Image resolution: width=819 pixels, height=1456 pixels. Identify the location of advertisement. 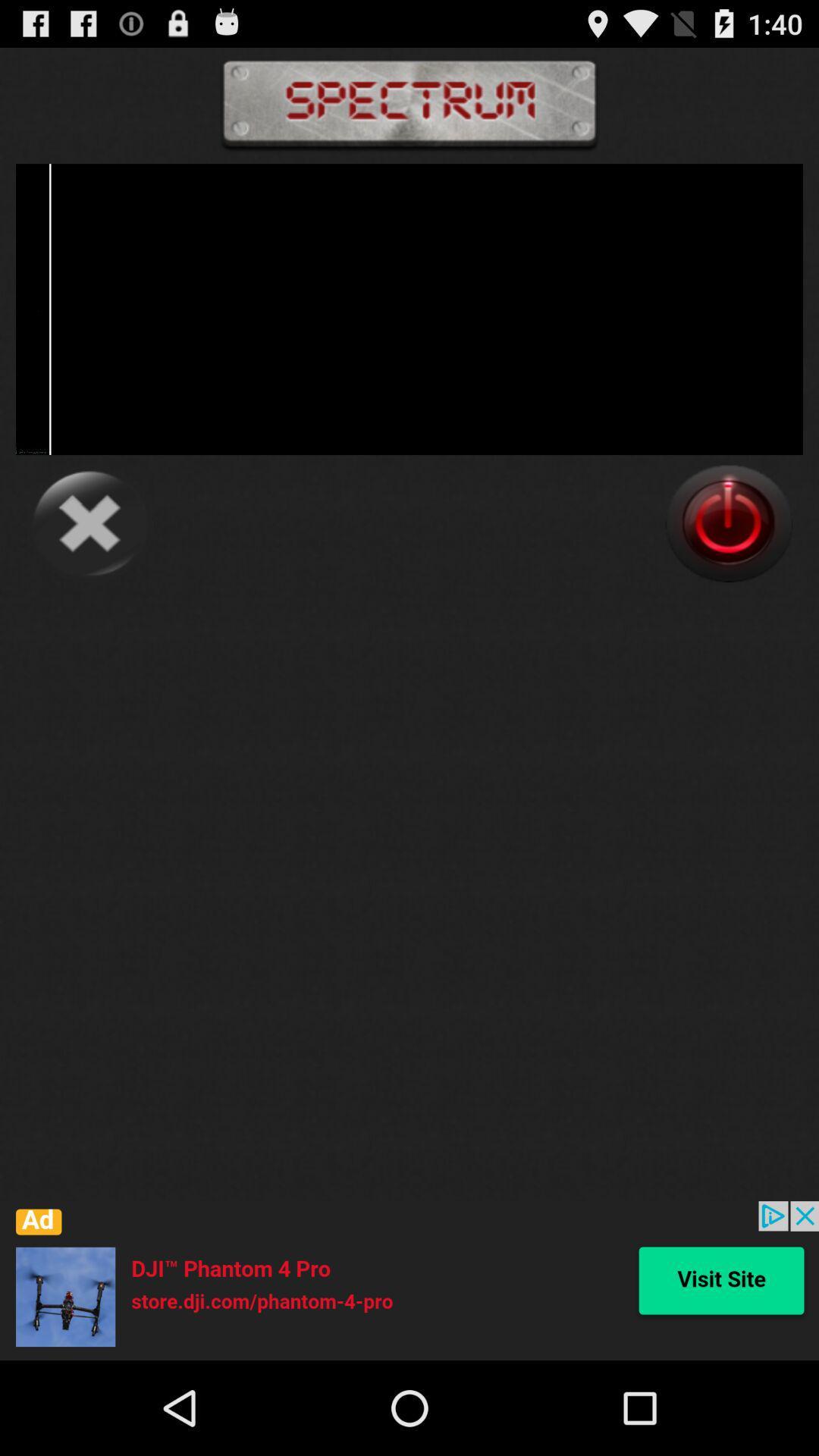
(409, 1280).